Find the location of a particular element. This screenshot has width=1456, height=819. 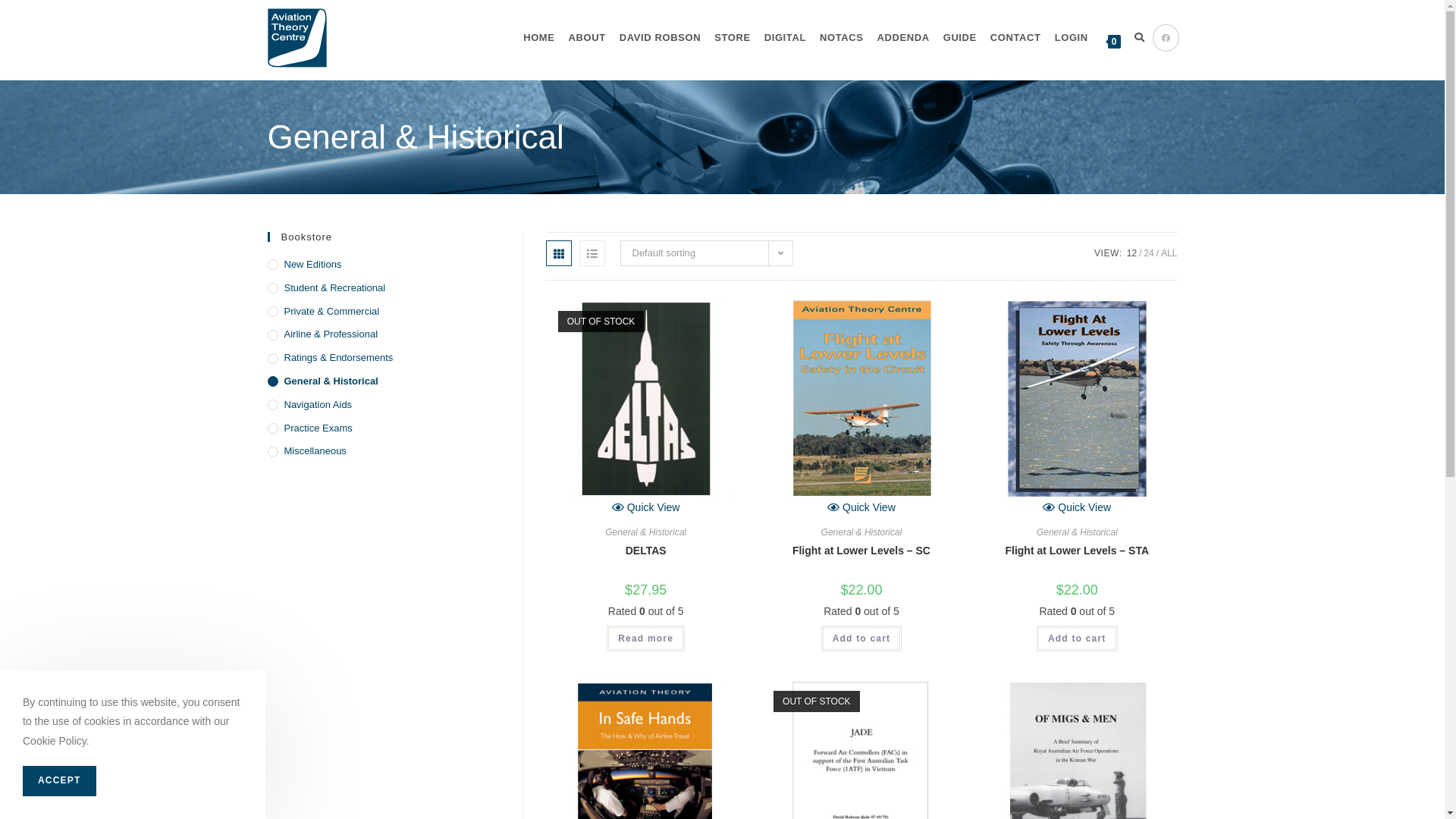

'Grid view' is located at coordinates (558, 253).